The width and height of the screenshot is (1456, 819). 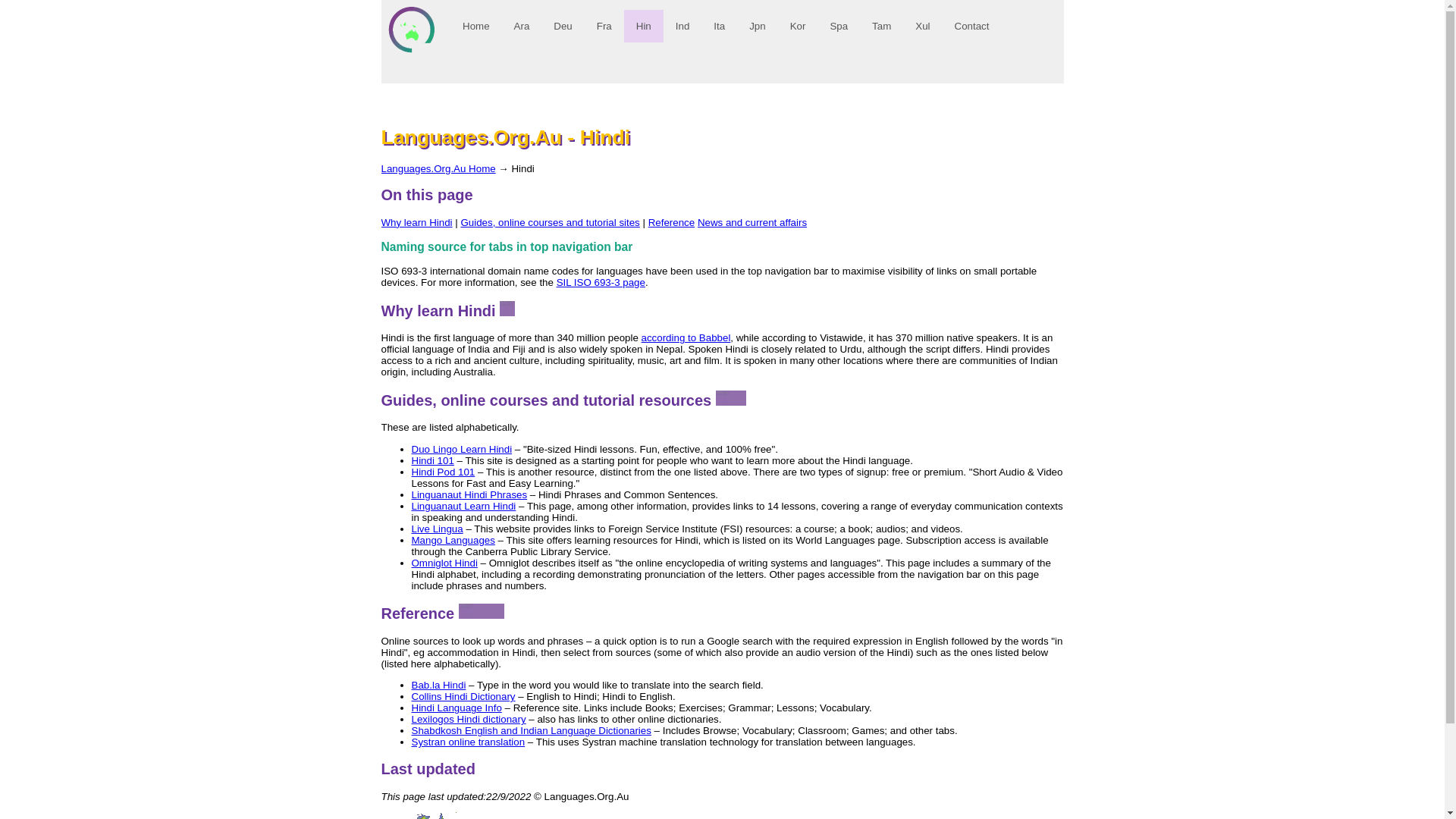 I want to click on 'Linguanaut Hindi Phrases', so click(x=468, y=494).